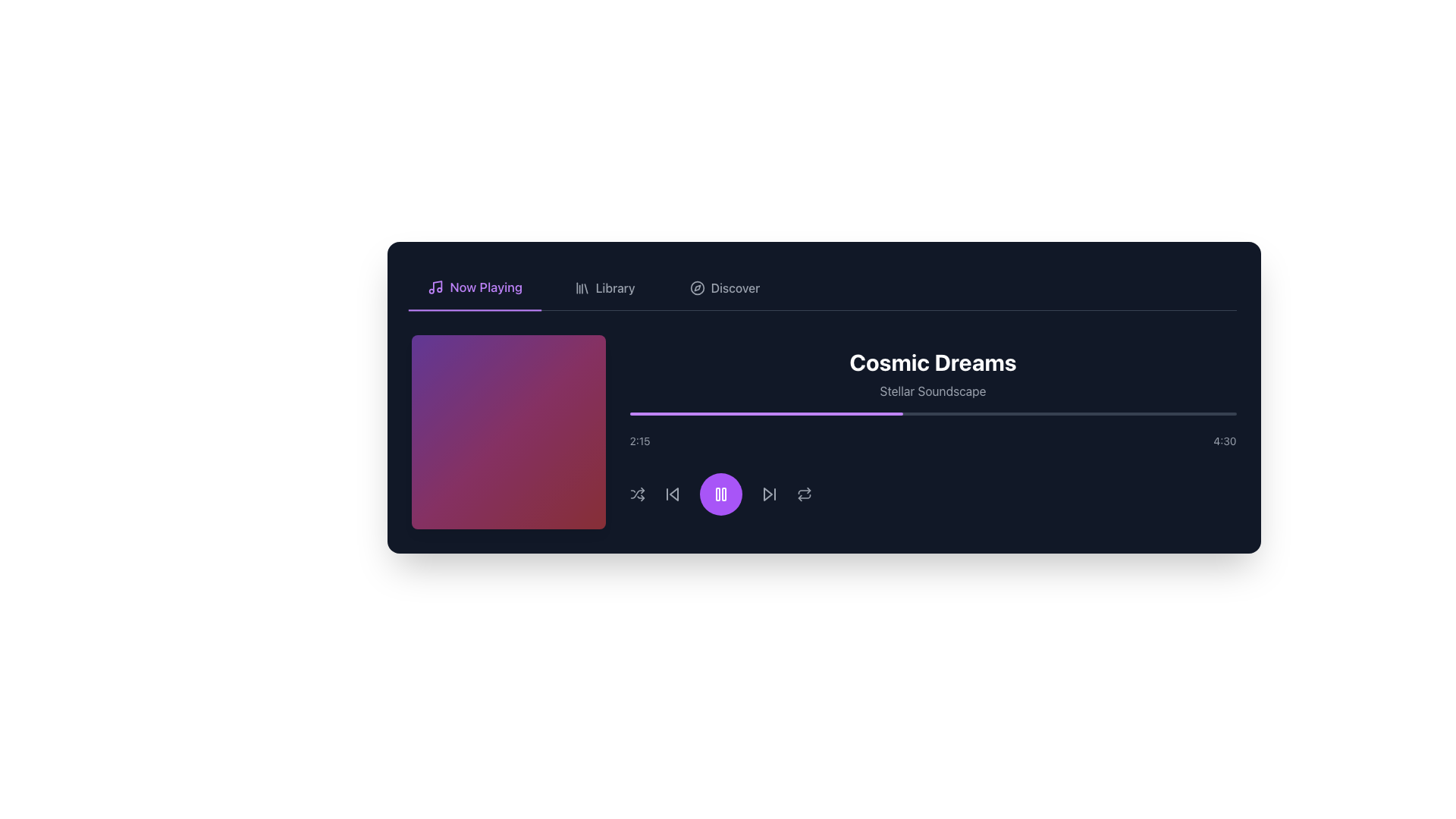 The width and height of the screenshot is (1456, 819). What do you see at coordinates (637, 494) in the screenshot?
I see `the shuffle button located in the playback controls section, positioned near the bottom center of the interface` at bounding box center [637, 494].